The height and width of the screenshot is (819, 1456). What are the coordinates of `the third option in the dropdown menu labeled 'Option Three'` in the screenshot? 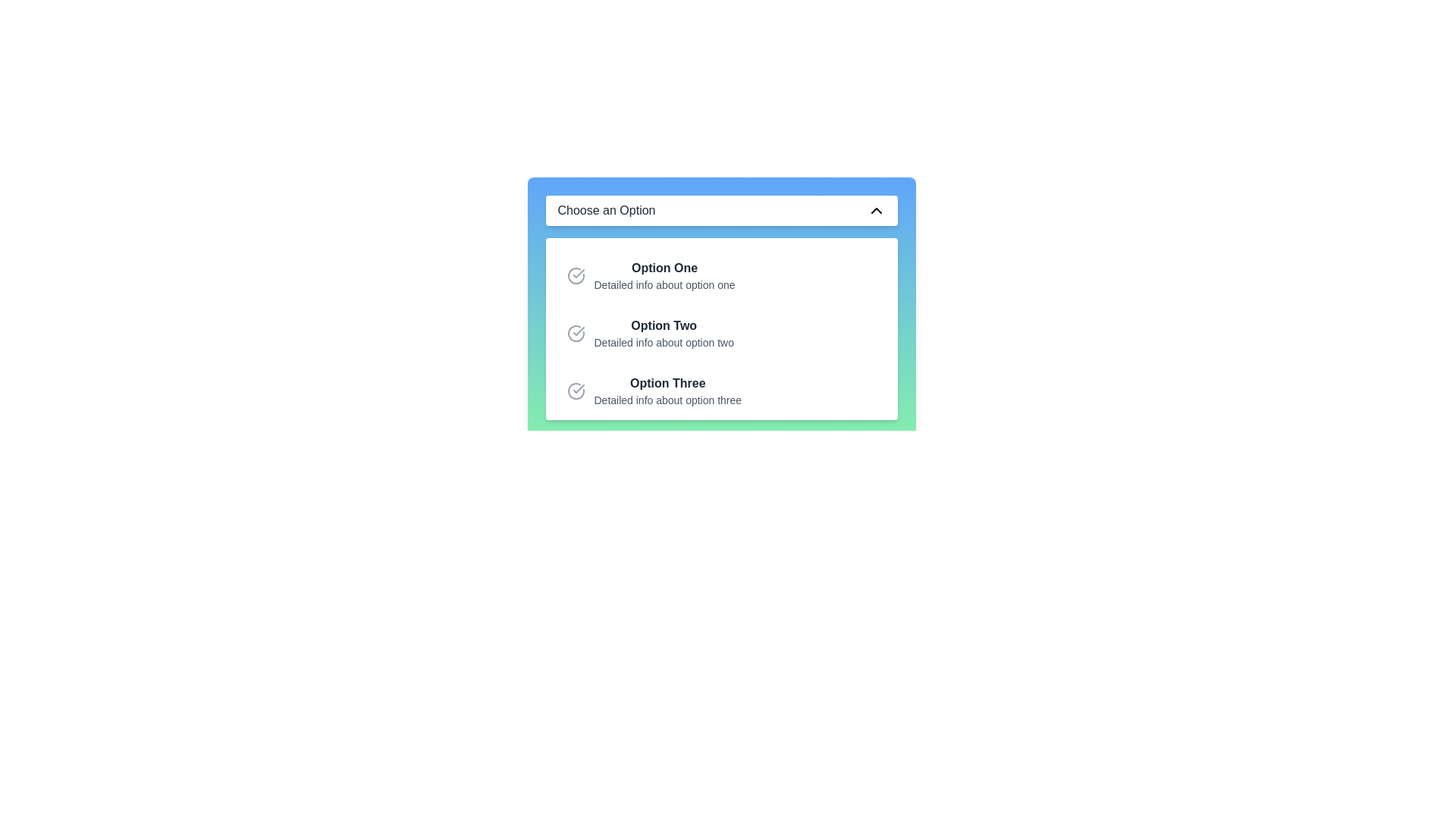 It's located at (667, 391).